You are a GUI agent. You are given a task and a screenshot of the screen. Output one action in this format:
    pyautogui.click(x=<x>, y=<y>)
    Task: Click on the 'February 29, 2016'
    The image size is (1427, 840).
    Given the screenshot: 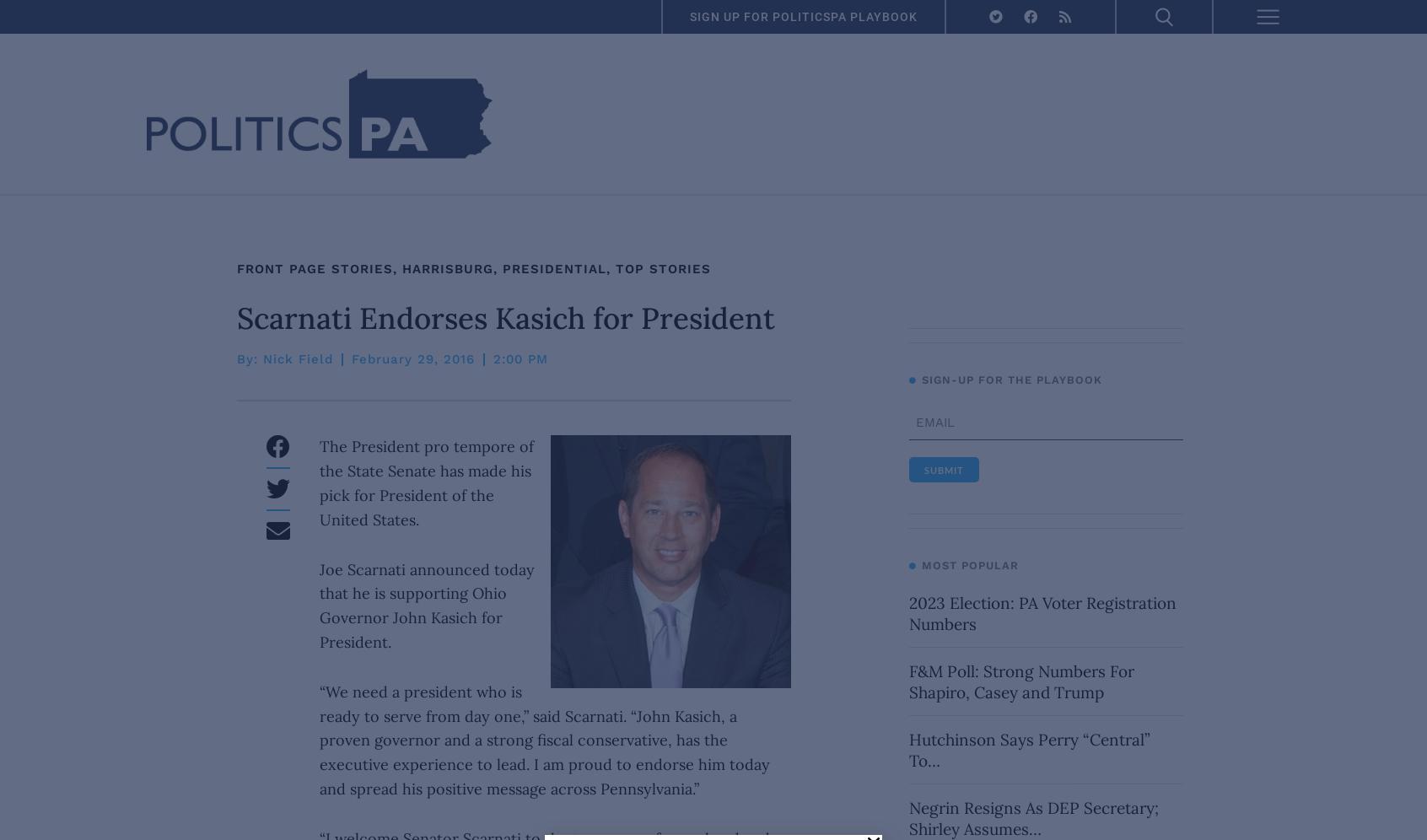 What is the action you would take?
    pyautogui.click(x=412, y=358)
    